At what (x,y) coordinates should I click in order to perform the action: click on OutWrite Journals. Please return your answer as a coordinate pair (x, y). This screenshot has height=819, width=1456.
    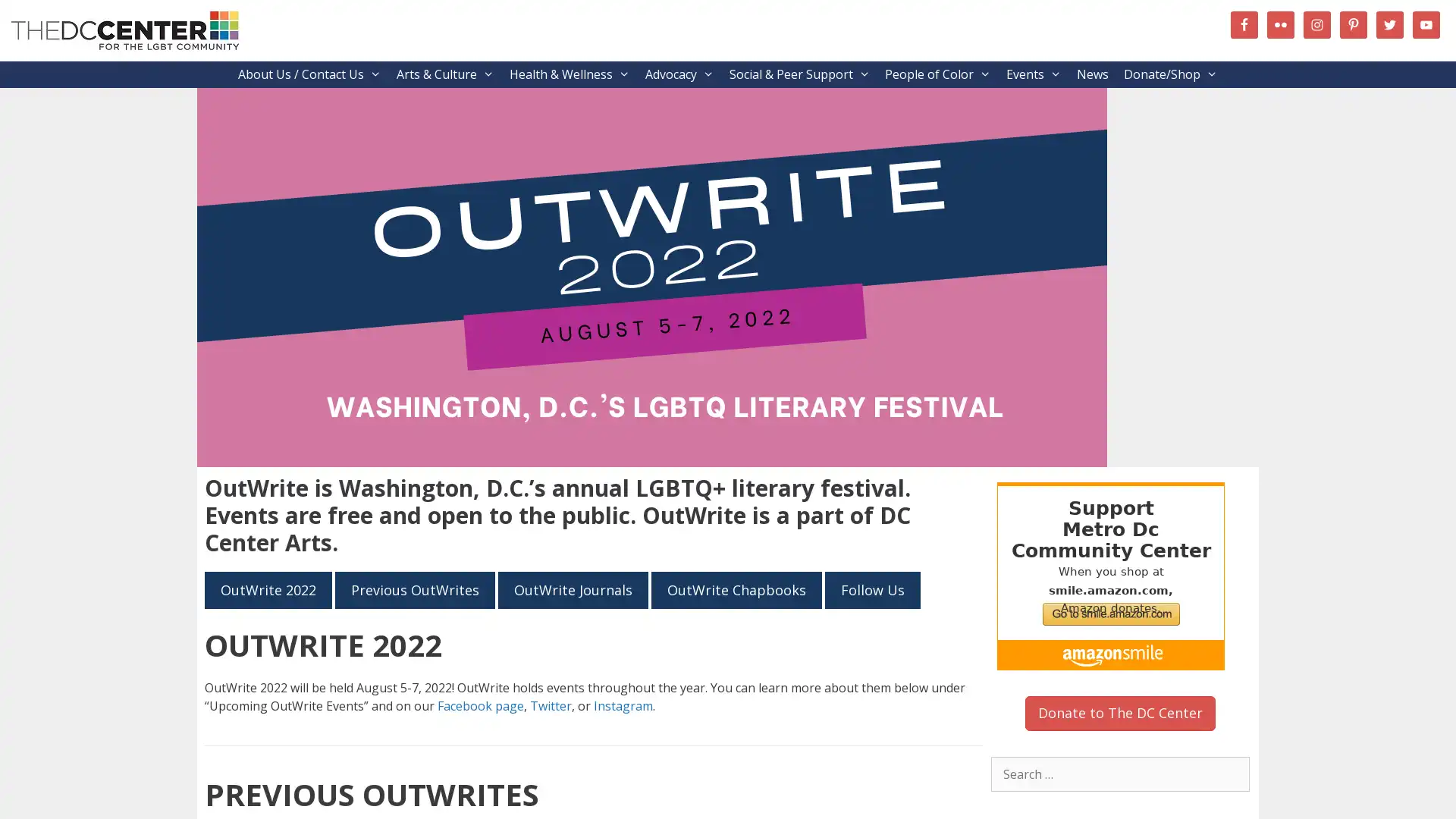
    Looking at the image, I should click on (572, 589).